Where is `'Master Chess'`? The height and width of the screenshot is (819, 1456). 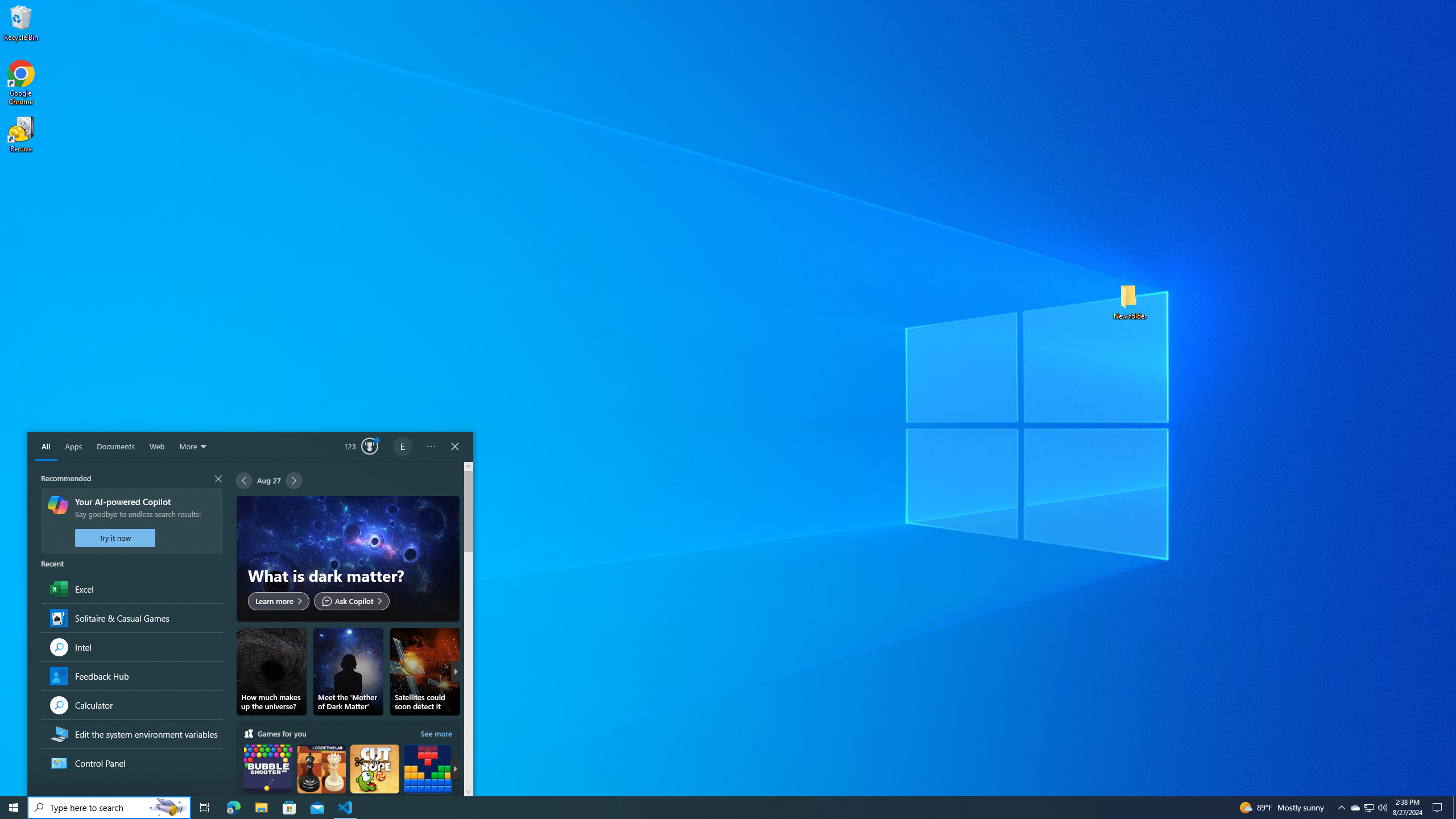
'Master Chess' is located at coordinates (321, 778).